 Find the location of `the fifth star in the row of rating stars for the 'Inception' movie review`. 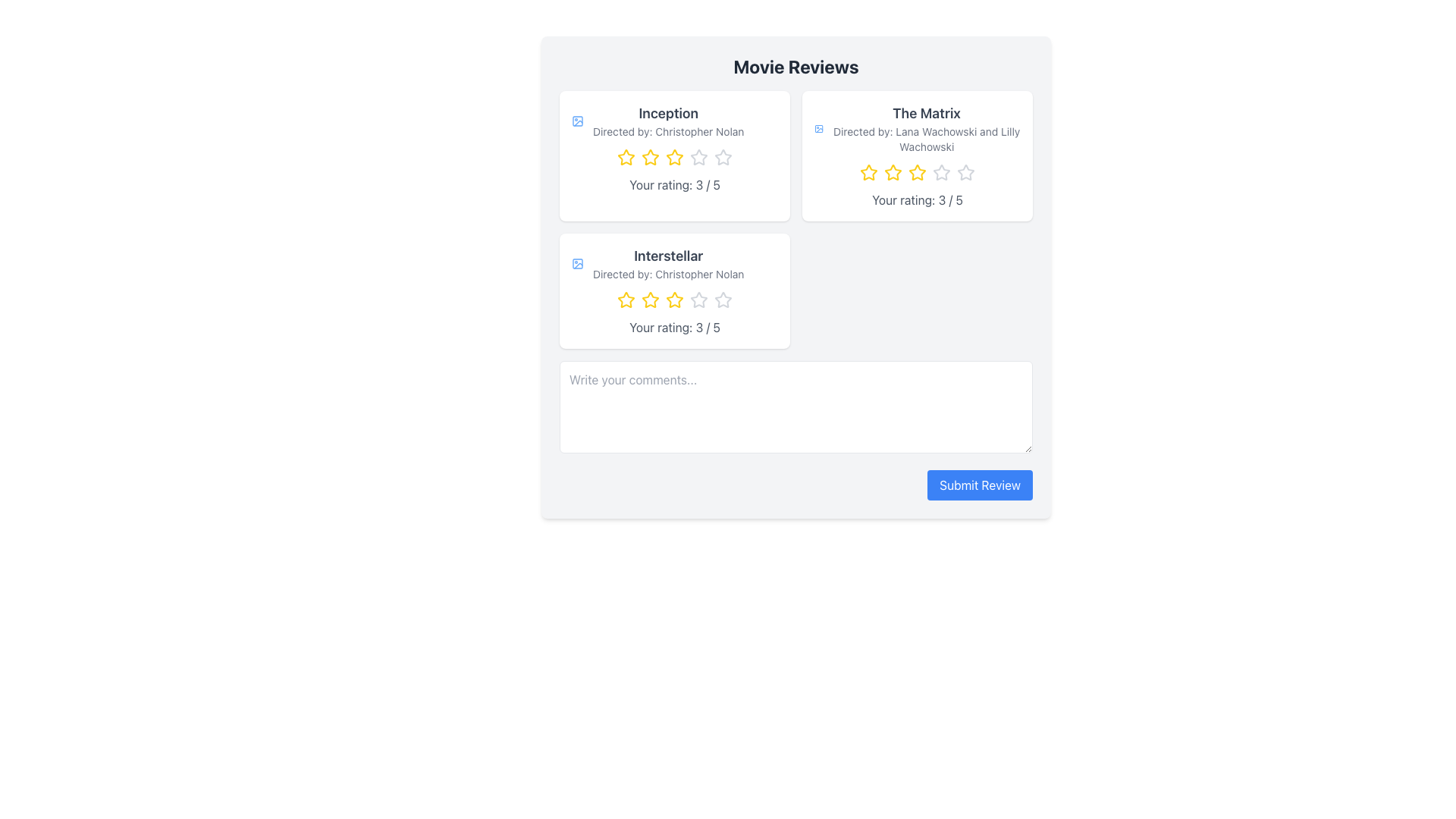

the fifth star in the row of rating stars for the 'Inception' movie review is located at coordinates (723, 158).